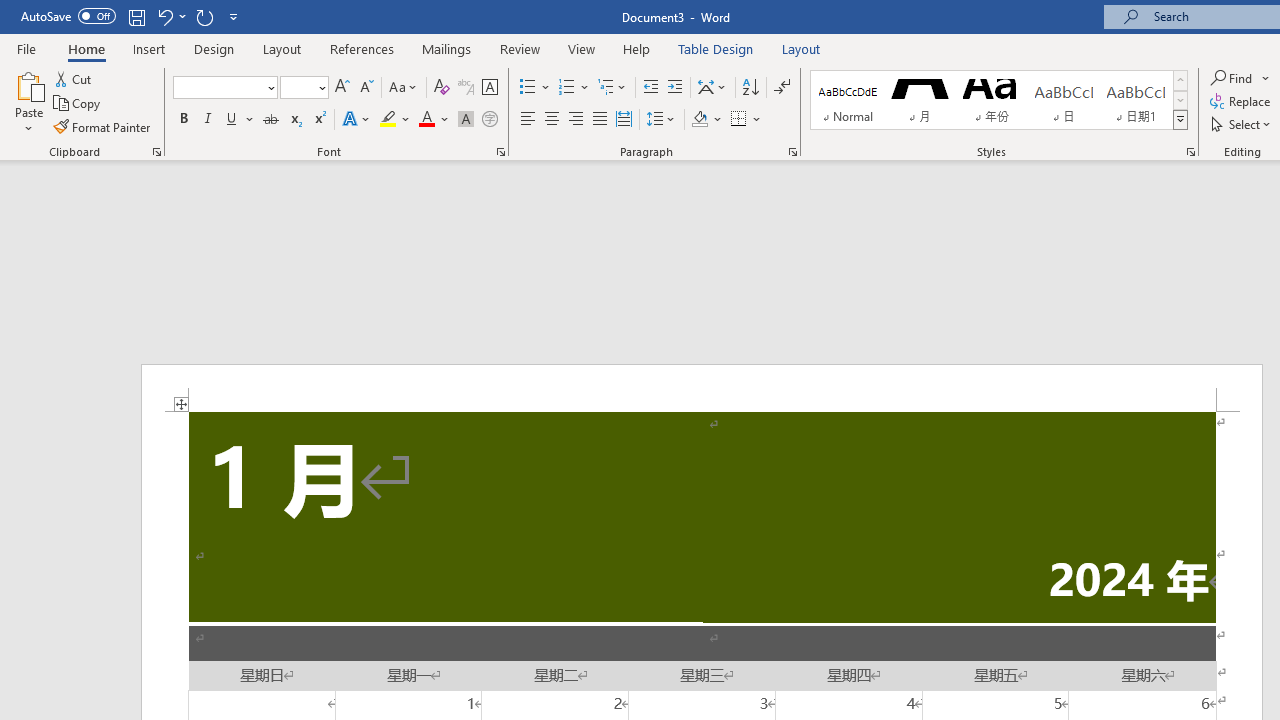 This screenshot has width=1280, height=720. Describe the element at coordinates (342, 86) in the screenshot. I see `'Grow Font'` at that location.